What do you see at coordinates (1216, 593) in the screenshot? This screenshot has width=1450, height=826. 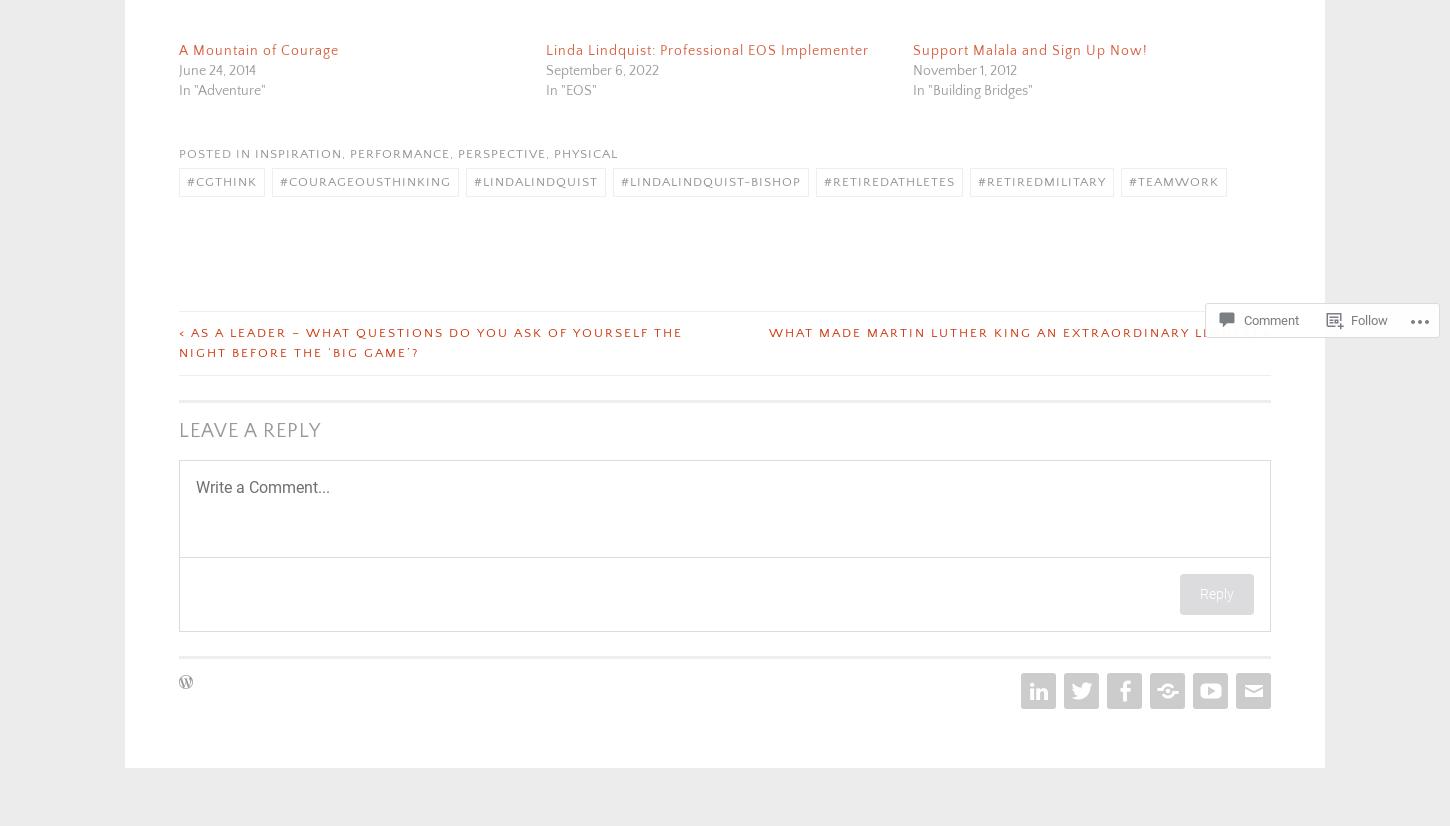 I see `'Reply'` at bounding box center [1216, 593].